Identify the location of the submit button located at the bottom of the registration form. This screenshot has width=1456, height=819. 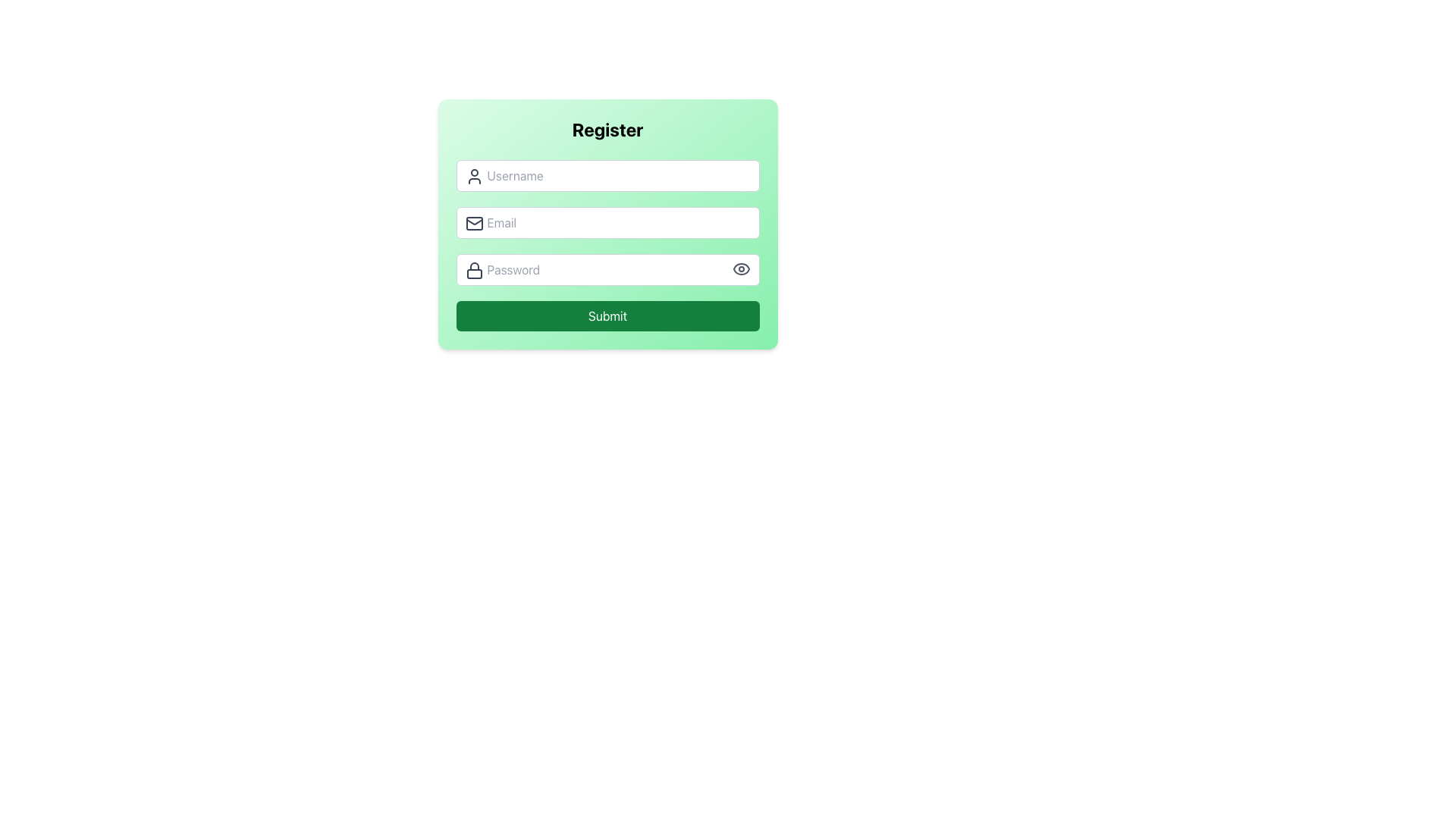
(607, 315).